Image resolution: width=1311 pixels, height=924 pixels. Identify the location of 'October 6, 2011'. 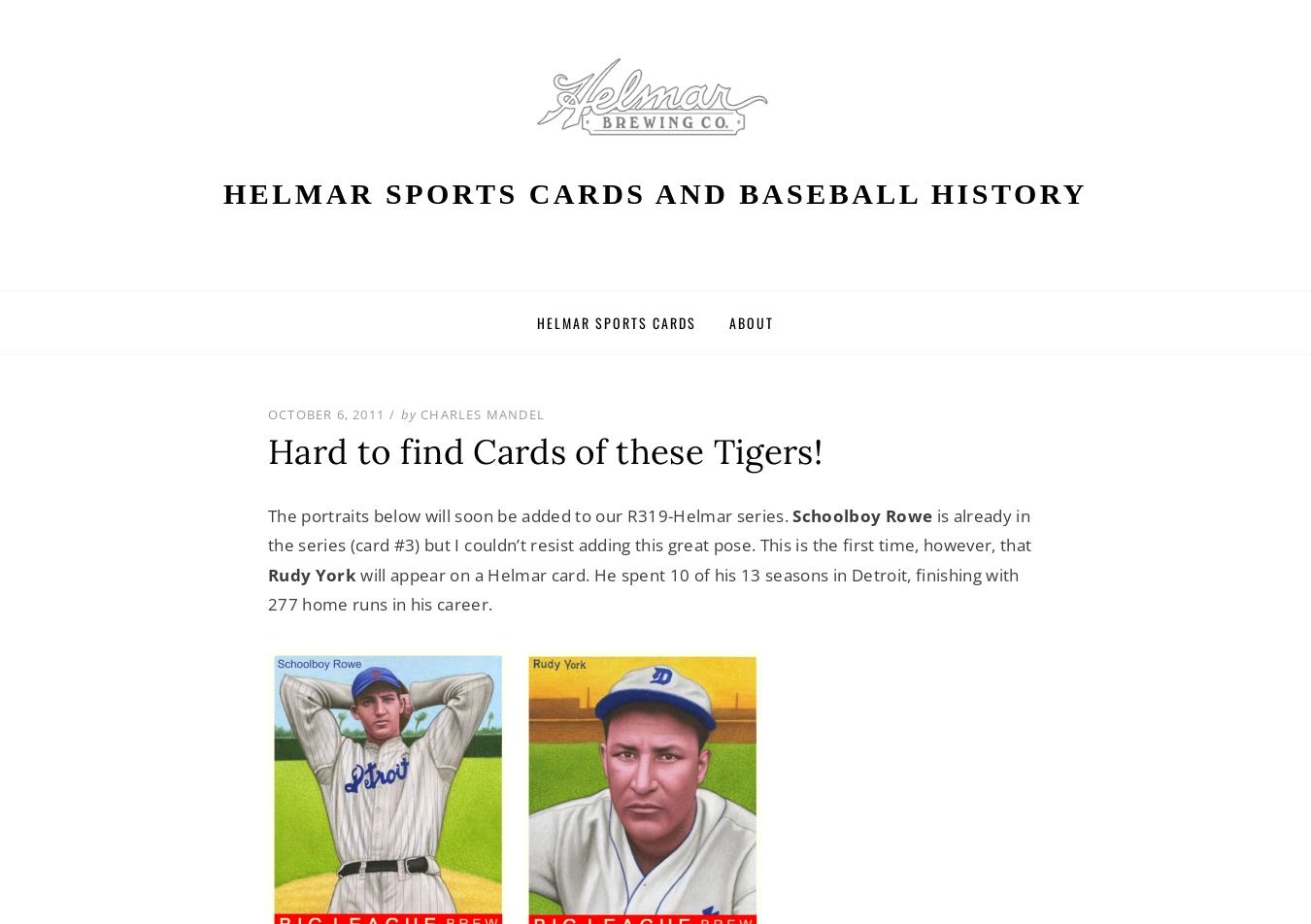
(325, 413).